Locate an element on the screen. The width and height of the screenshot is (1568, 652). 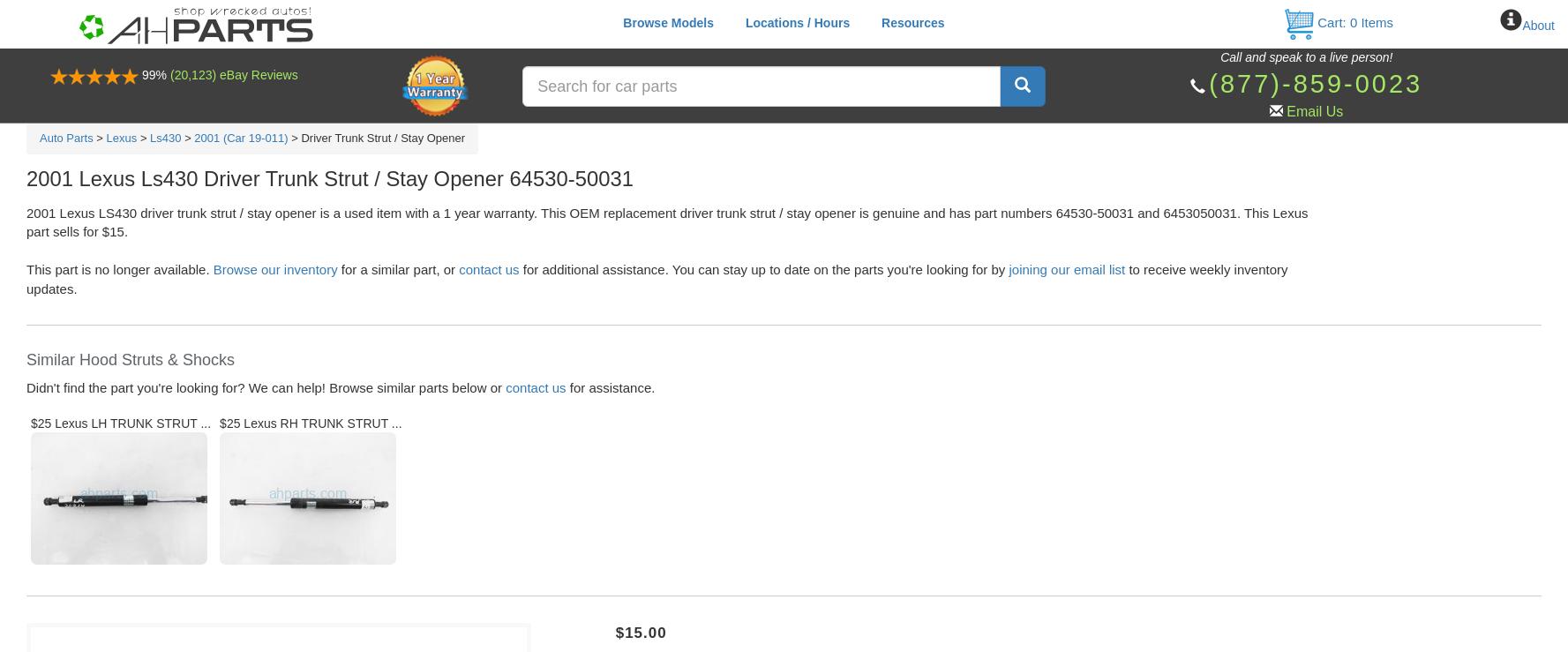
'Browse Models' is located at coordinates (668, 22).